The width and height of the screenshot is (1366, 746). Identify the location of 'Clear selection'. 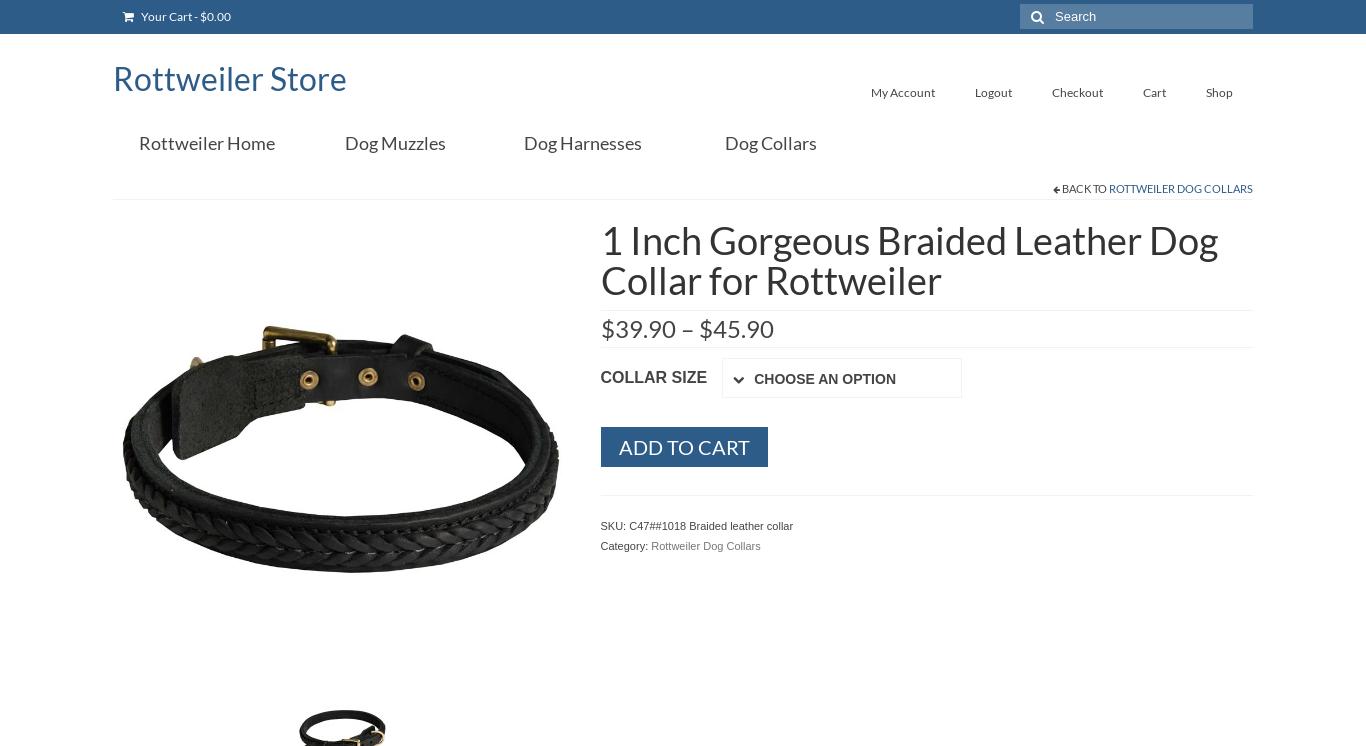
(757, 413).